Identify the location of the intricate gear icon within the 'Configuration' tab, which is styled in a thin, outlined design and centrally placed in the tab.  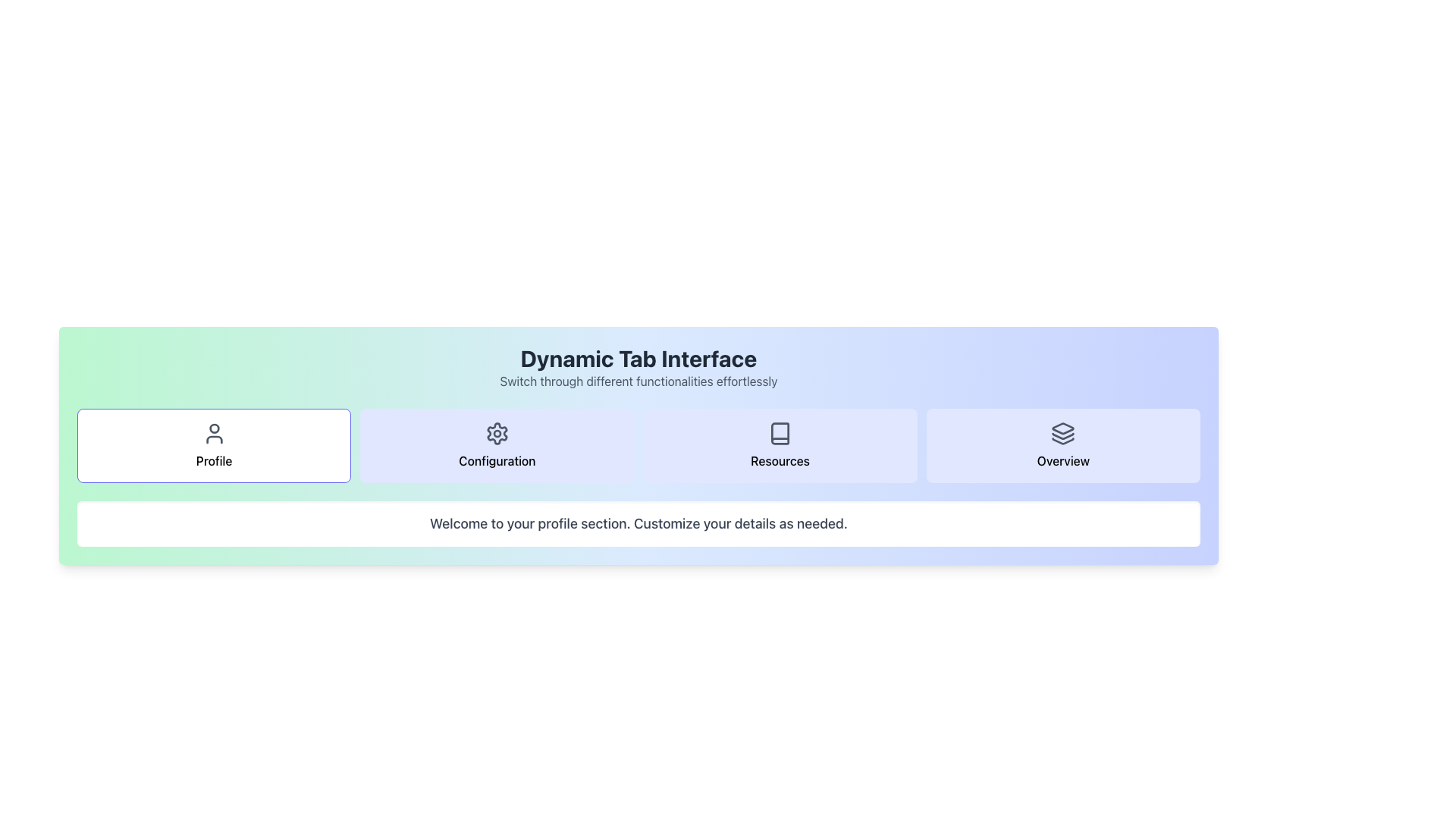
(497, 433).